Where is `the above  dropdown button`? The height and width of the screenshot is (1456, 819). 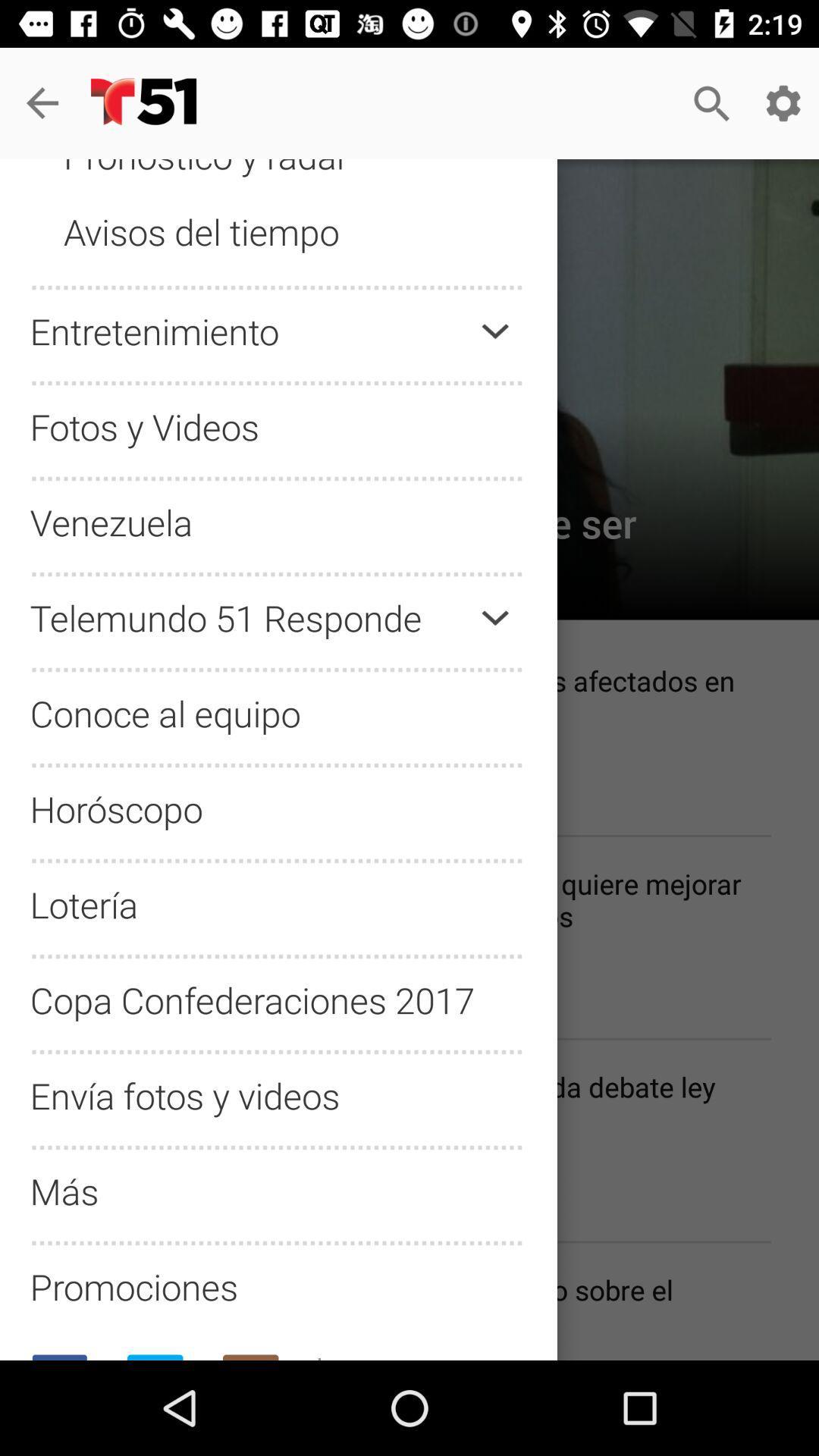 the above  dropdown button is located at coordinates (494, 331).